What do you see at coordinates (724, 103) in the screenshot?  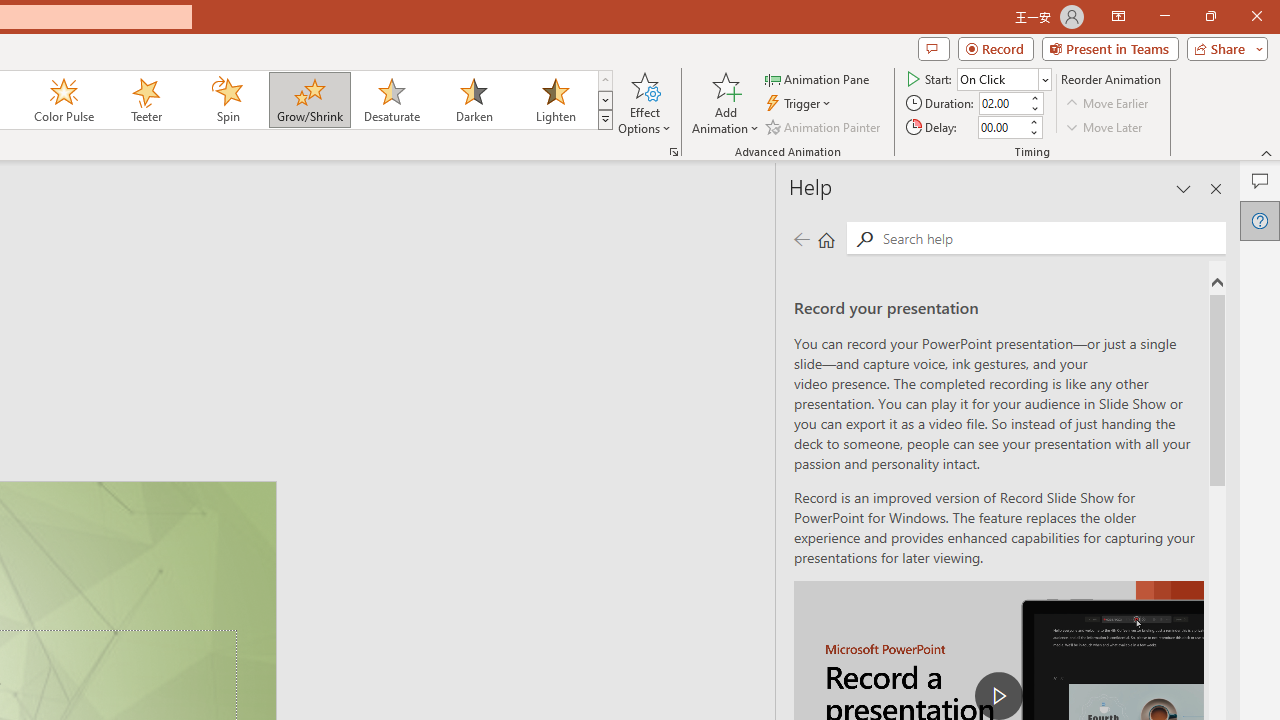 I see `'Add Animation'` at bounding box center [724, 103].